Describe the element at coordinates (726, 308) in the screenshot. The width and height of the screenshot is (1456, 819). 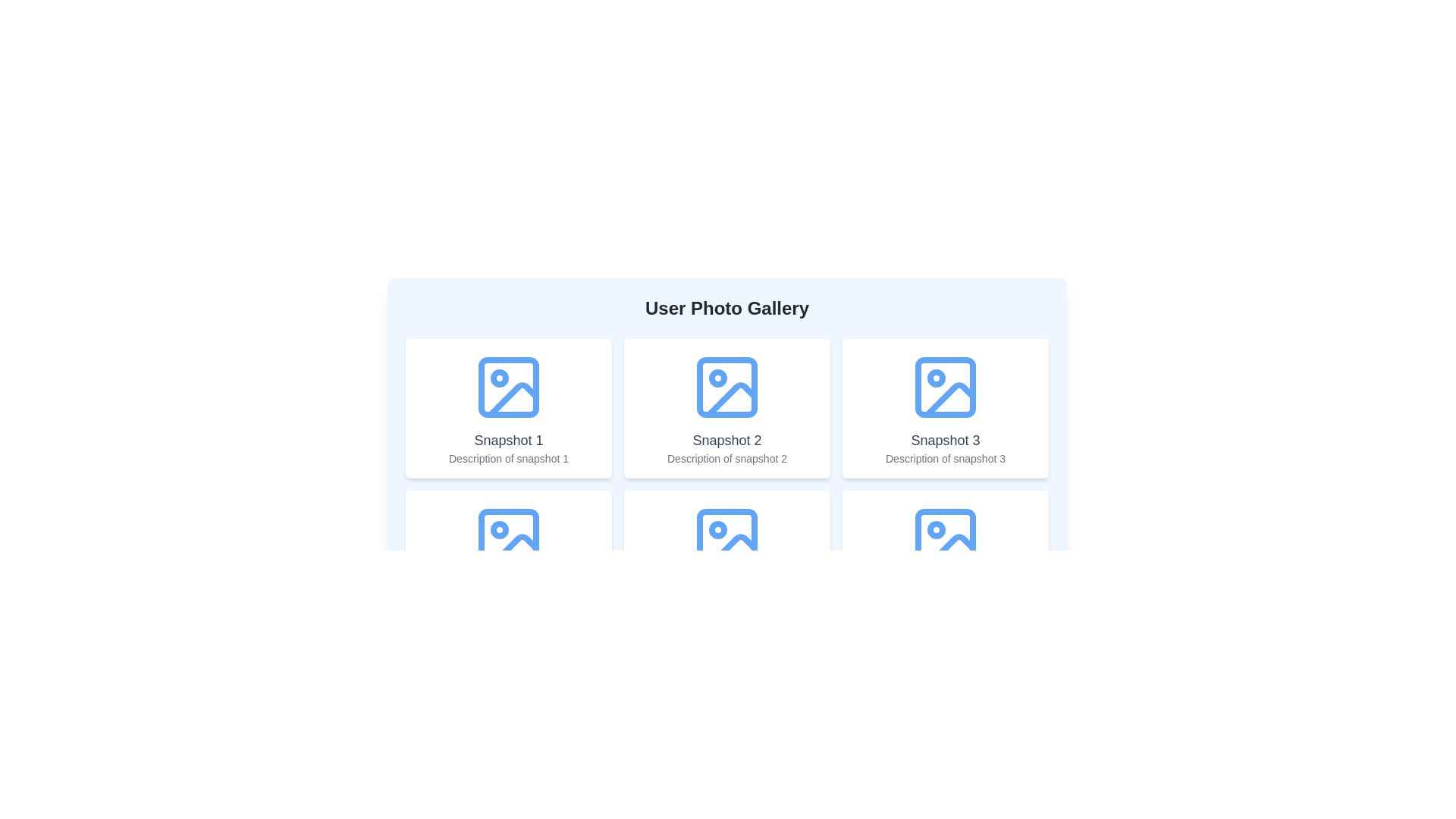
I see `the heading element that serves as the title for the section, located above a grid of snapshot thumbnails` at that location.